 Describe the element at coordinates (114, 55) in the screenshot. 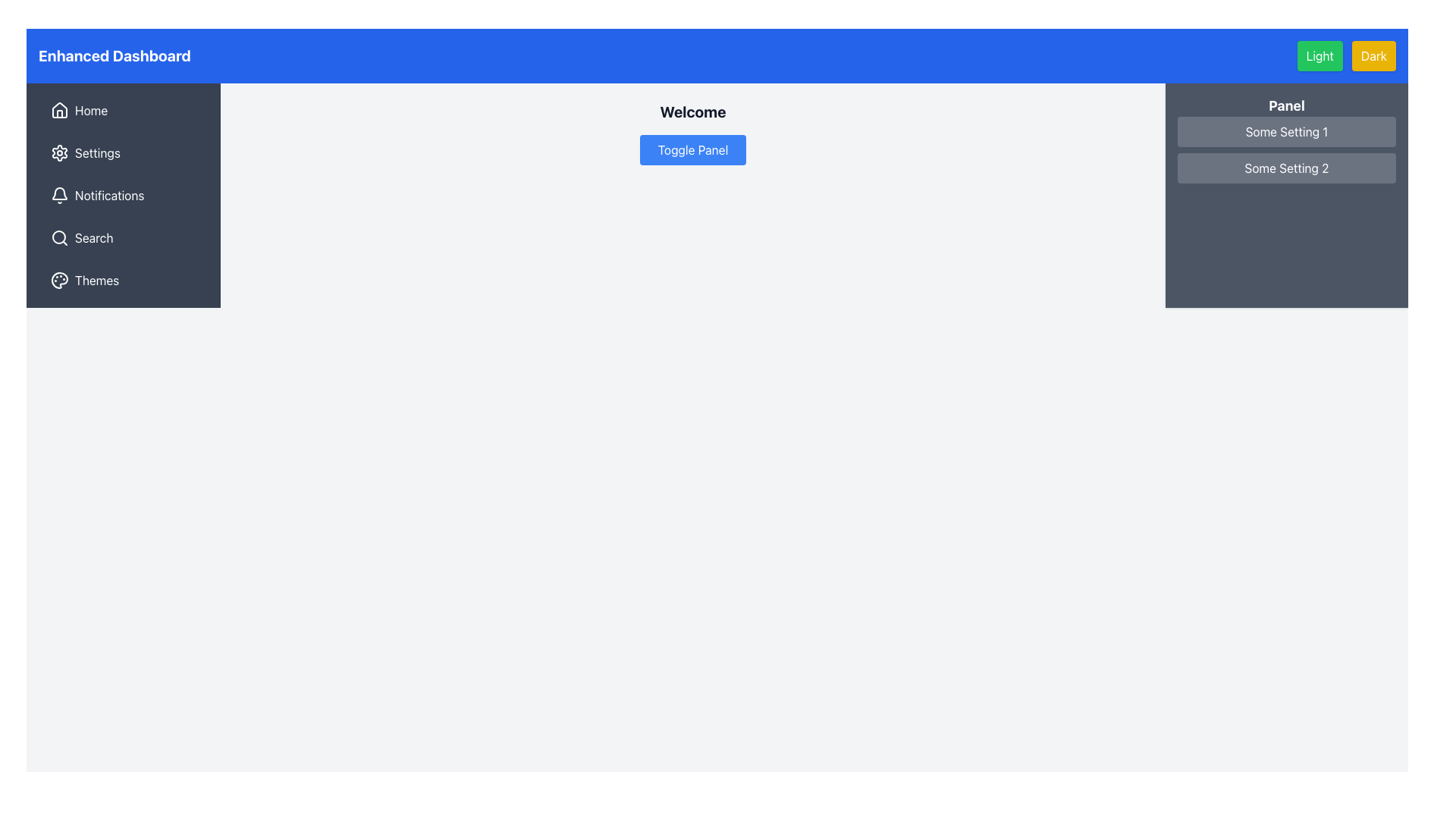

I see `the text label located on the left side of the blue header bar, which serves as the title for the current page or application` at that location.